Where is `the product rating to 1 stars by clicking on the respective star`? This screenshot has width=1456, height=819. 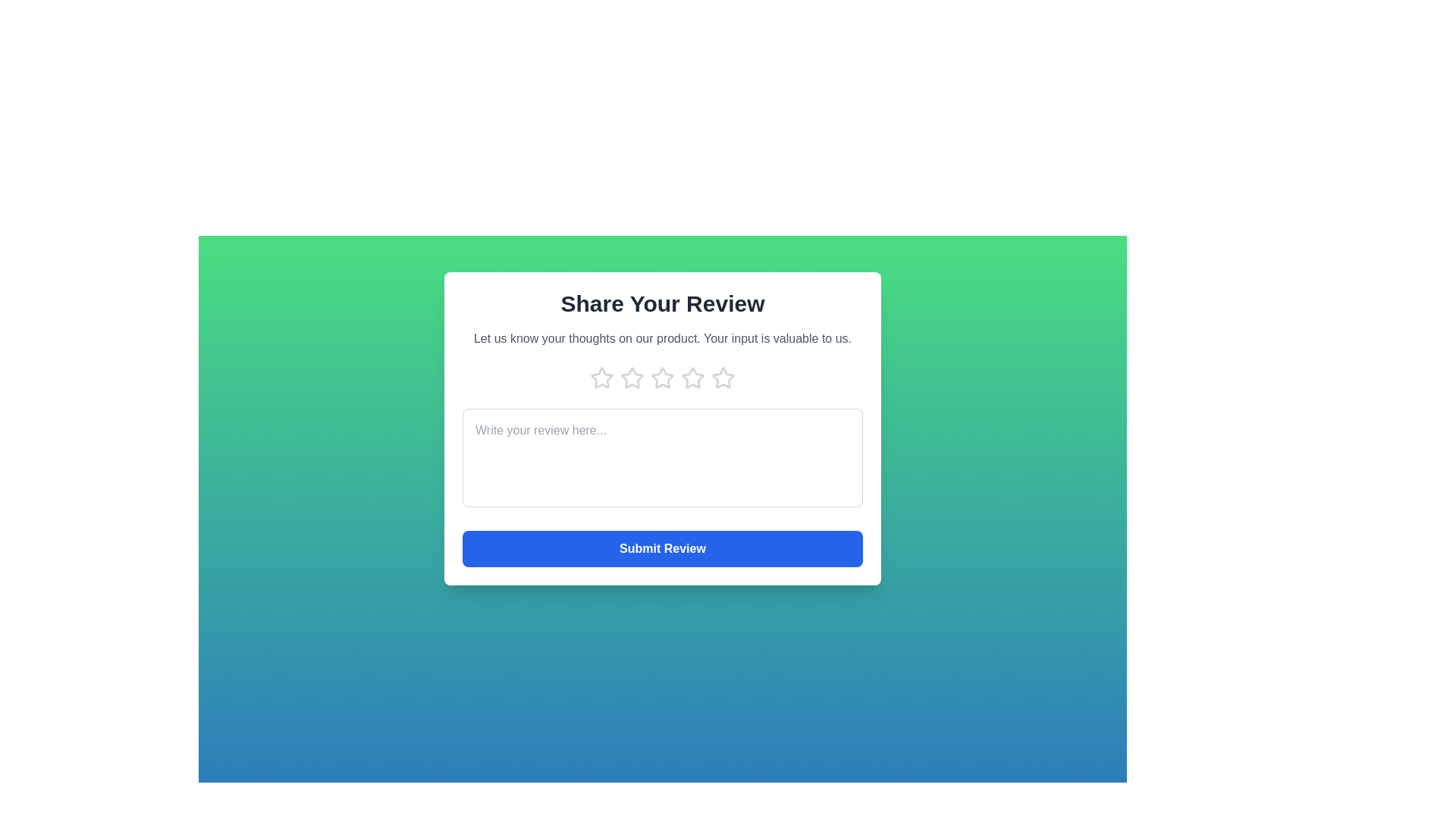
the product rating to 1 stars by clicking on the respective star is located at coordinates (601, 377).